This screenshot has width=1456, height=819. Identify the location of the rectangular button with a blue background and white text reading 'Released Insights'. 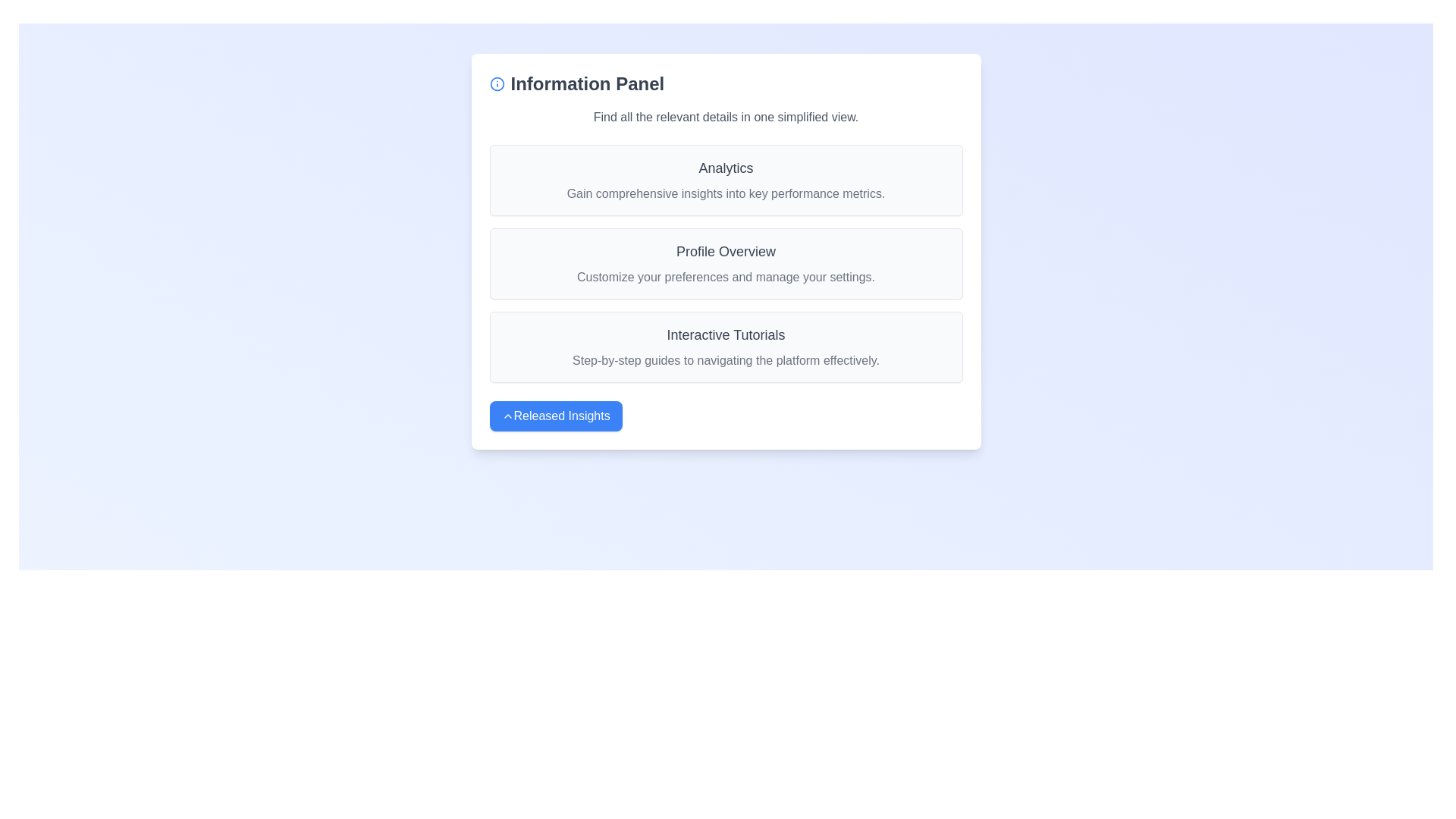
(555, 416).